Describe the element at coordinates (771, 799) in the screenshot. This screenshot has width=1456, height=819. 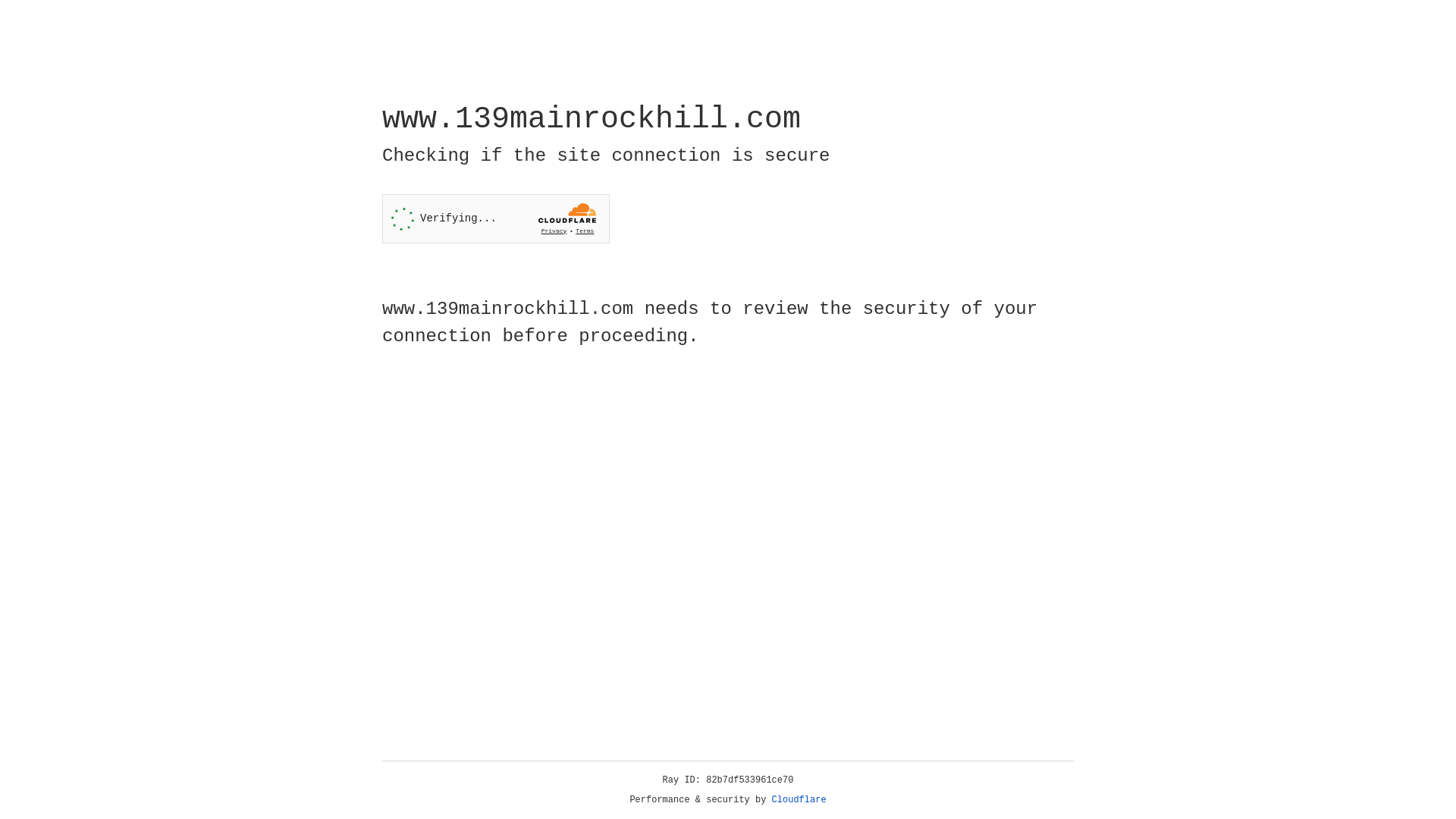
I see `'Cloudflare'` at that location.